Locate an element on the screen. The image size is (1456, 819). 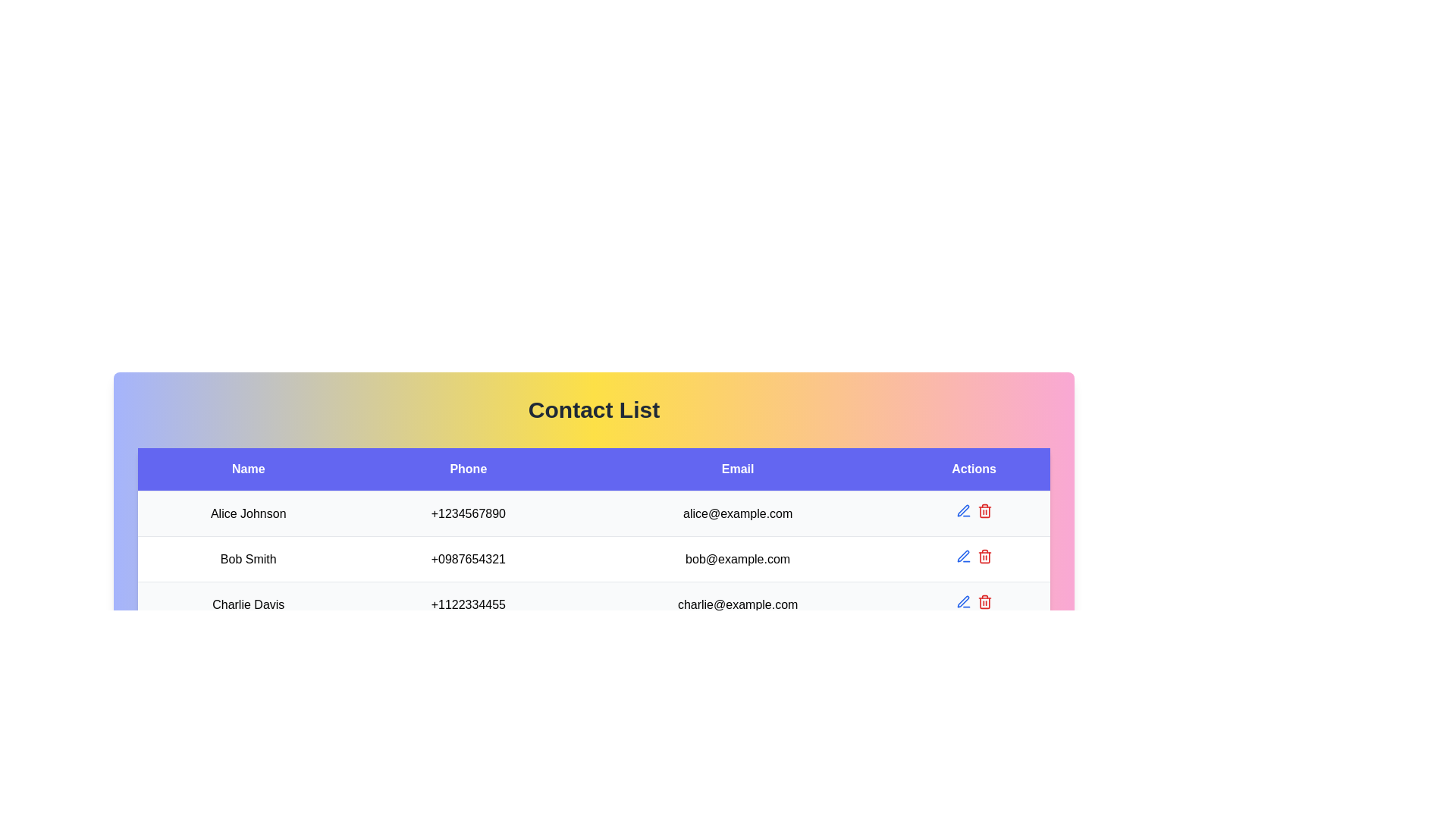
the red trash can icon, which is the second icon in the 'Actions' column for 'Alice Johnson' is located at coordinates (984, 511).